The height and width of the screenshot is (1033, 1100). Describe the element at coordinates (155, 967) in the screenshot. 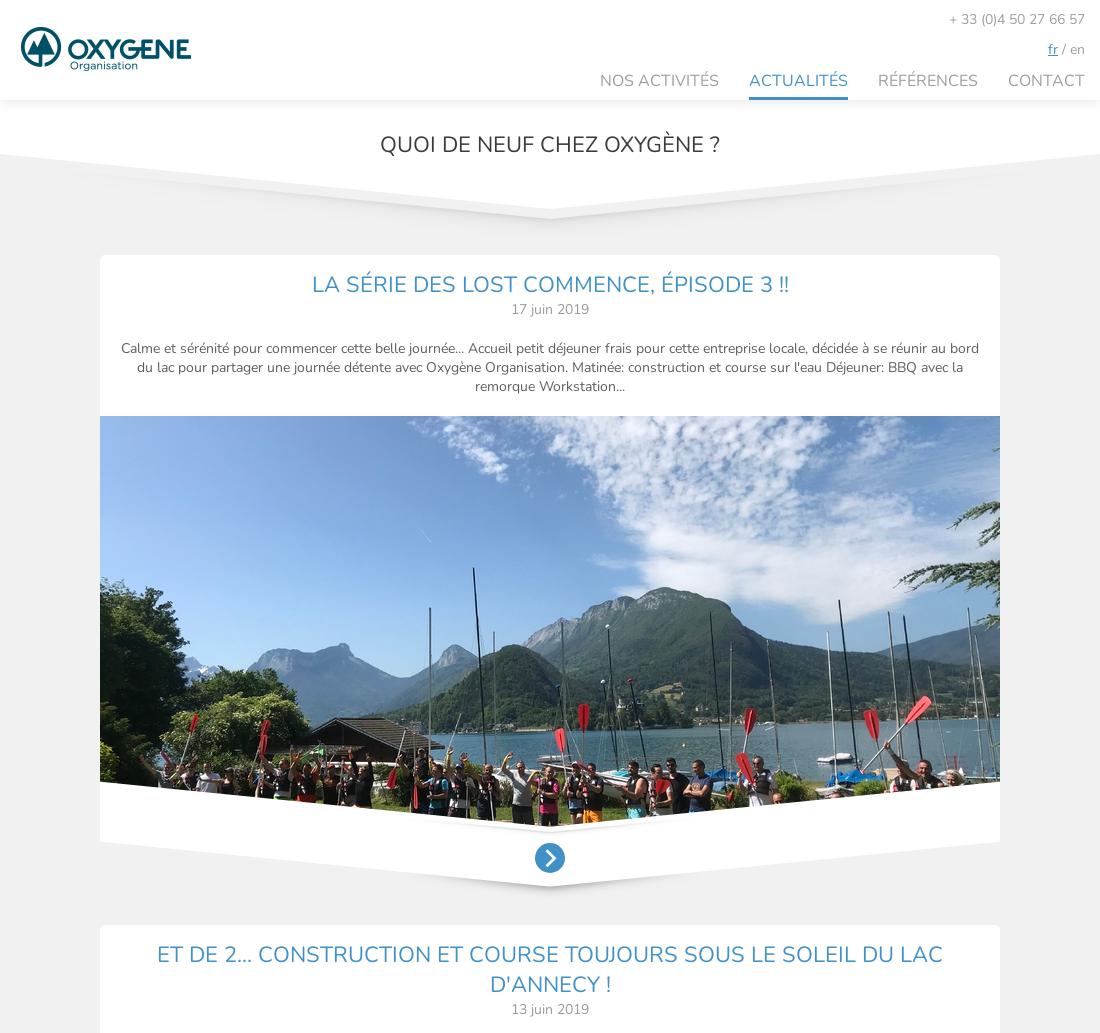

I see `'ET DE 2... CONSTRUCTION ET COURSE TOUJOURS SOUS LE SOLEIL DU LAC D'ANNECY !'` at that location.